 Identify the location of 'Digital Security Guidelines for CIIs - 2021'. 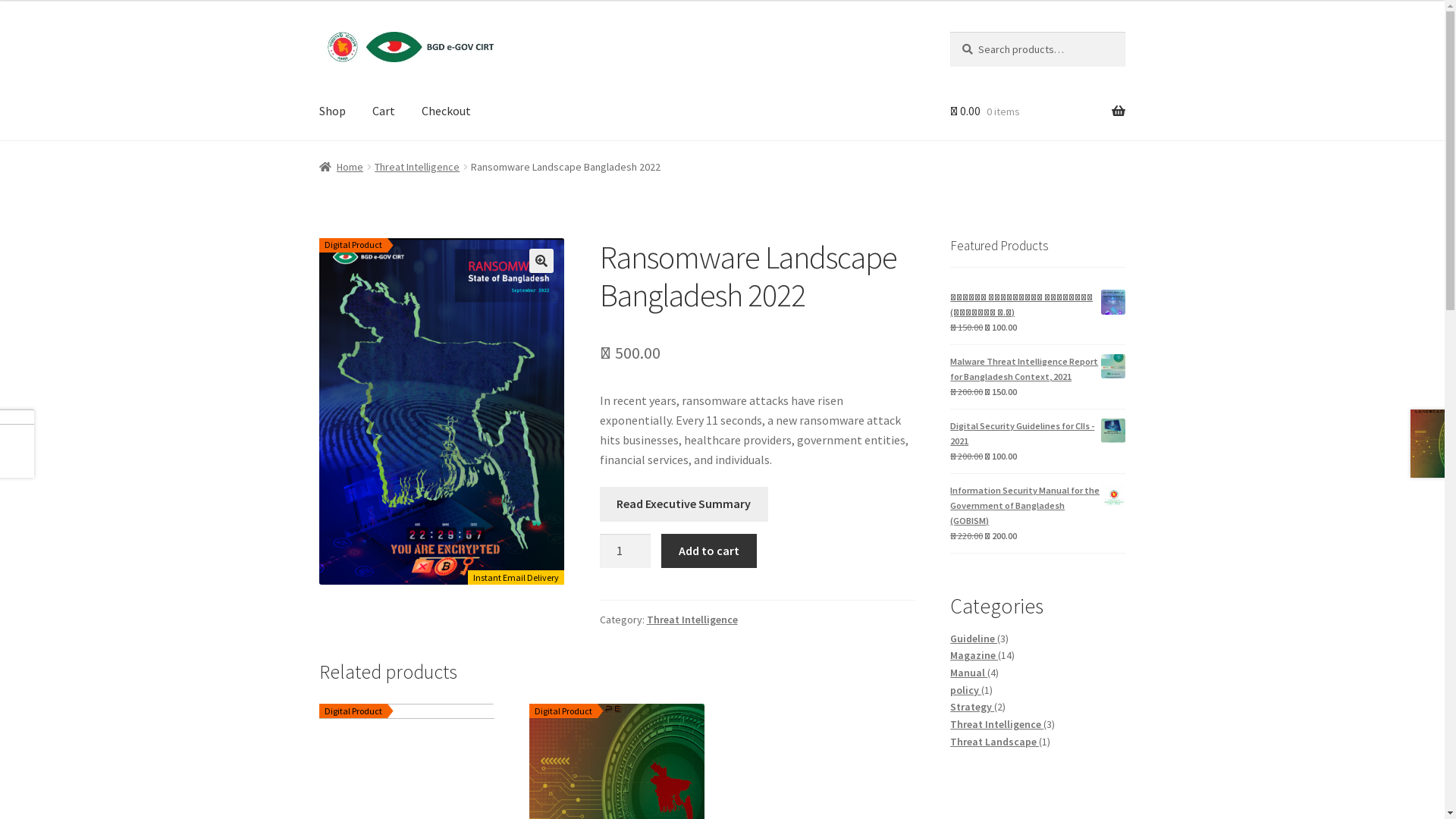
(1037, 433).